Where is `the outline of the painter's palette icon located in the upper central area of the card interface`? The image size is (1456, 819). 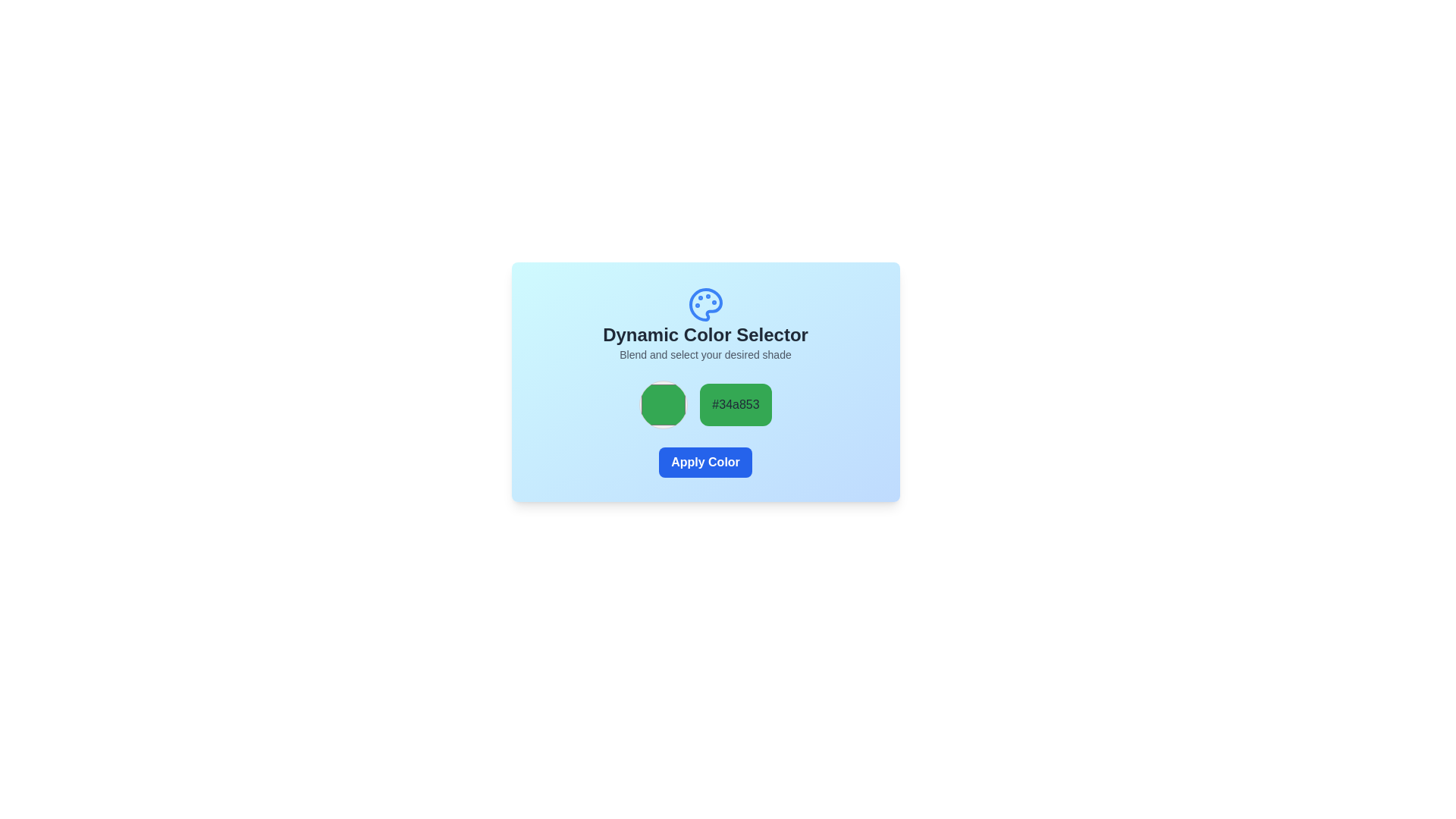 the outline of the painter's palette icon located in the upper central area of the card interface is located at coordinates (704, 304).